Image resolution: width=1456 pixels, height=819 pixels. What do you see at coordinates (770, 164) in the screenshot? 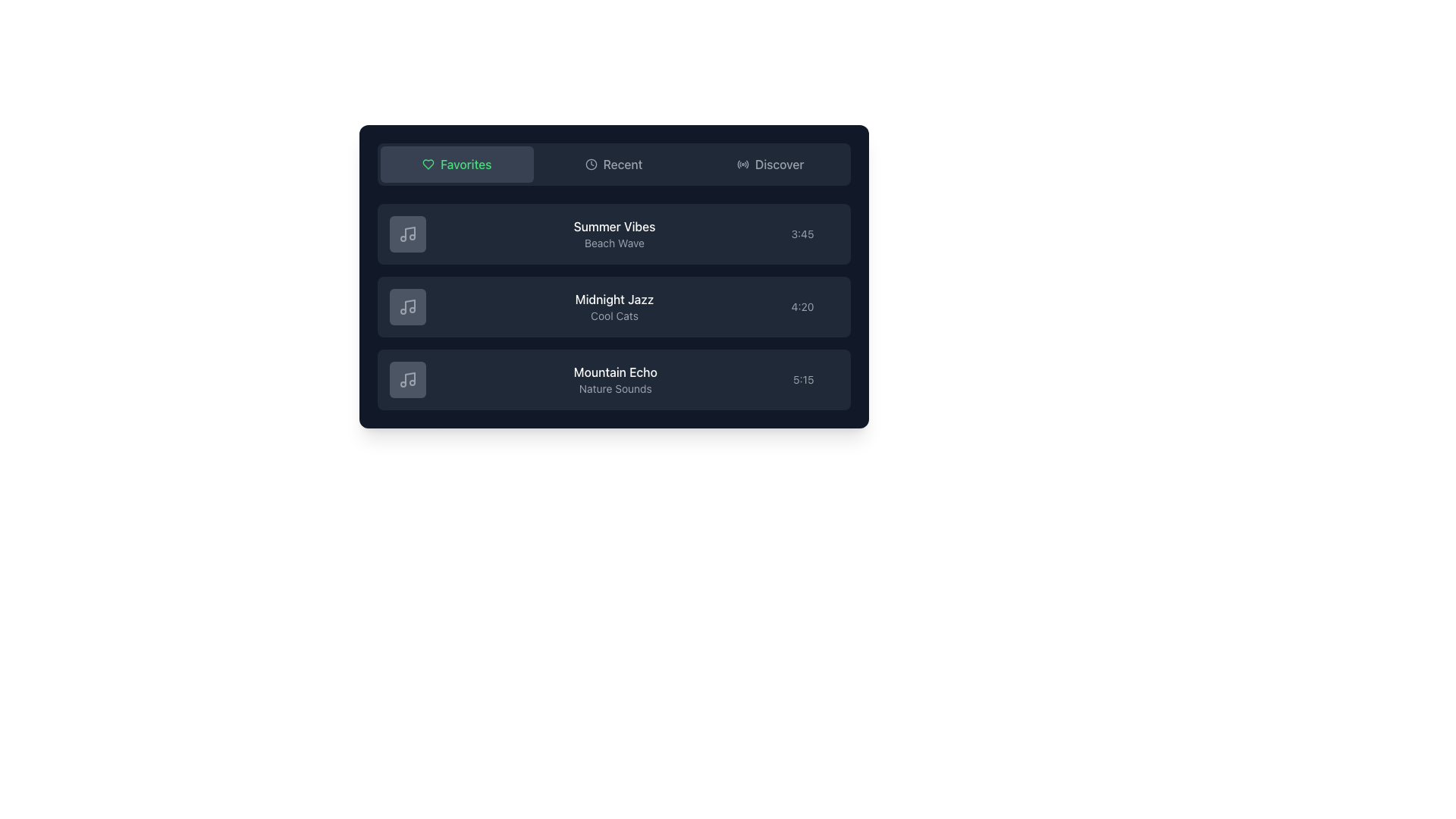
I see `the 'Discover' button, which is the third button in the horizontal navigation bar` at bounding box center [770, 164].